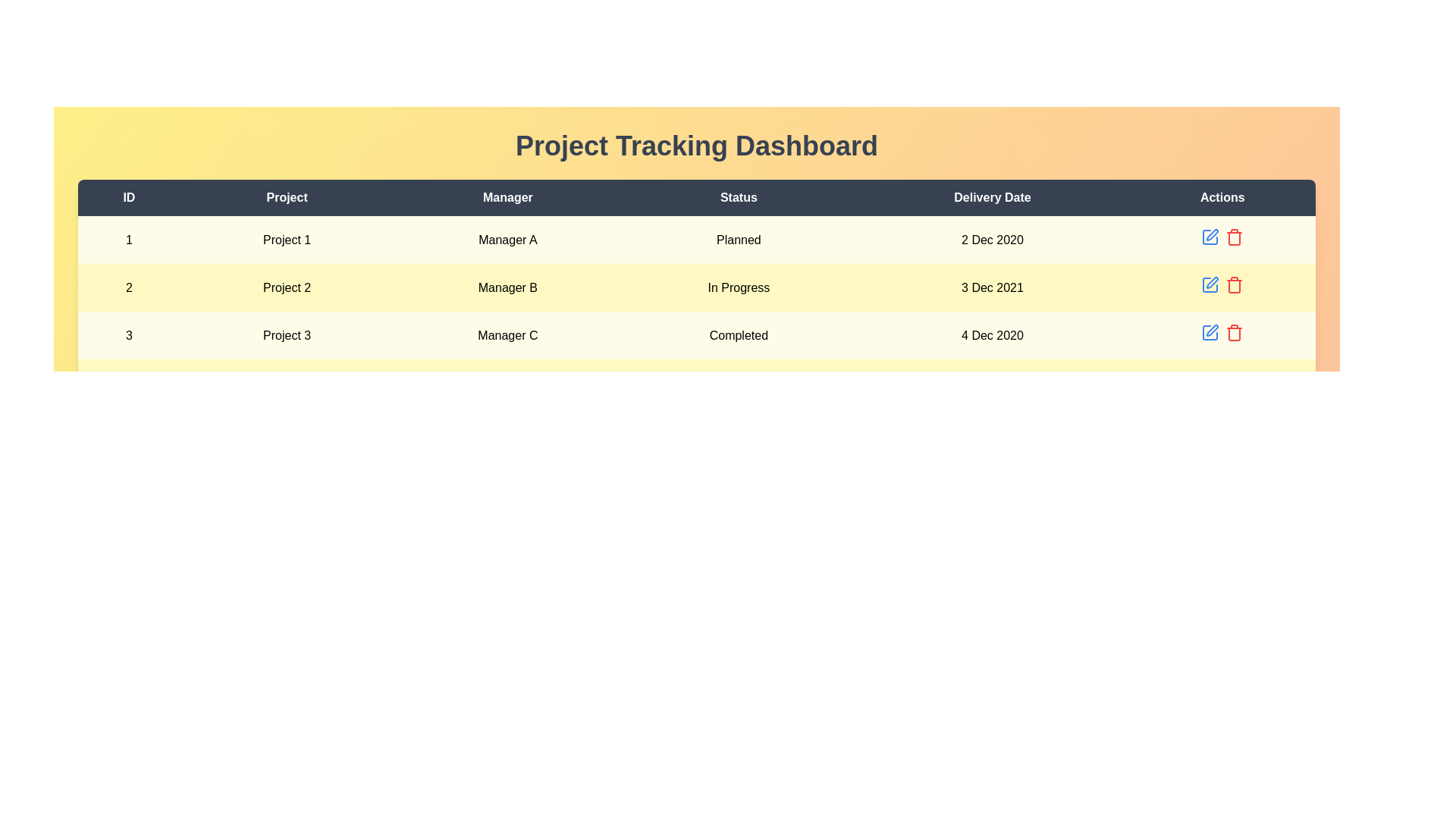 This screenshot has height=819, width=1456. Describe the element at coordinates (739, 197) in the screenshot. I see `the column header Status to sort the projects` at that location.